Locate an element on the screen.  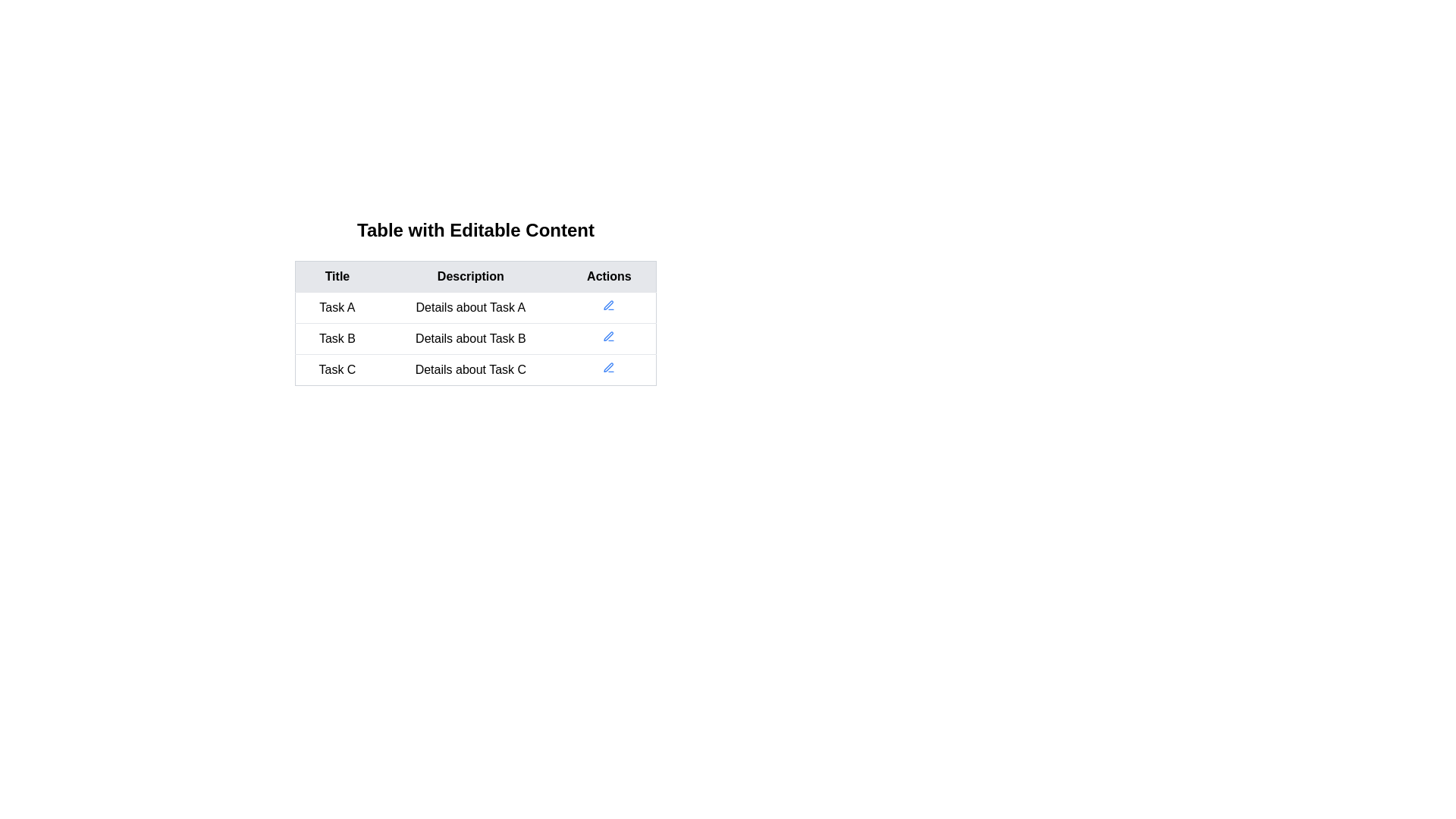
the text label 'Task C' styled in a table cell located in the third row of the 'Title' column is located at coordinates (336, 370).